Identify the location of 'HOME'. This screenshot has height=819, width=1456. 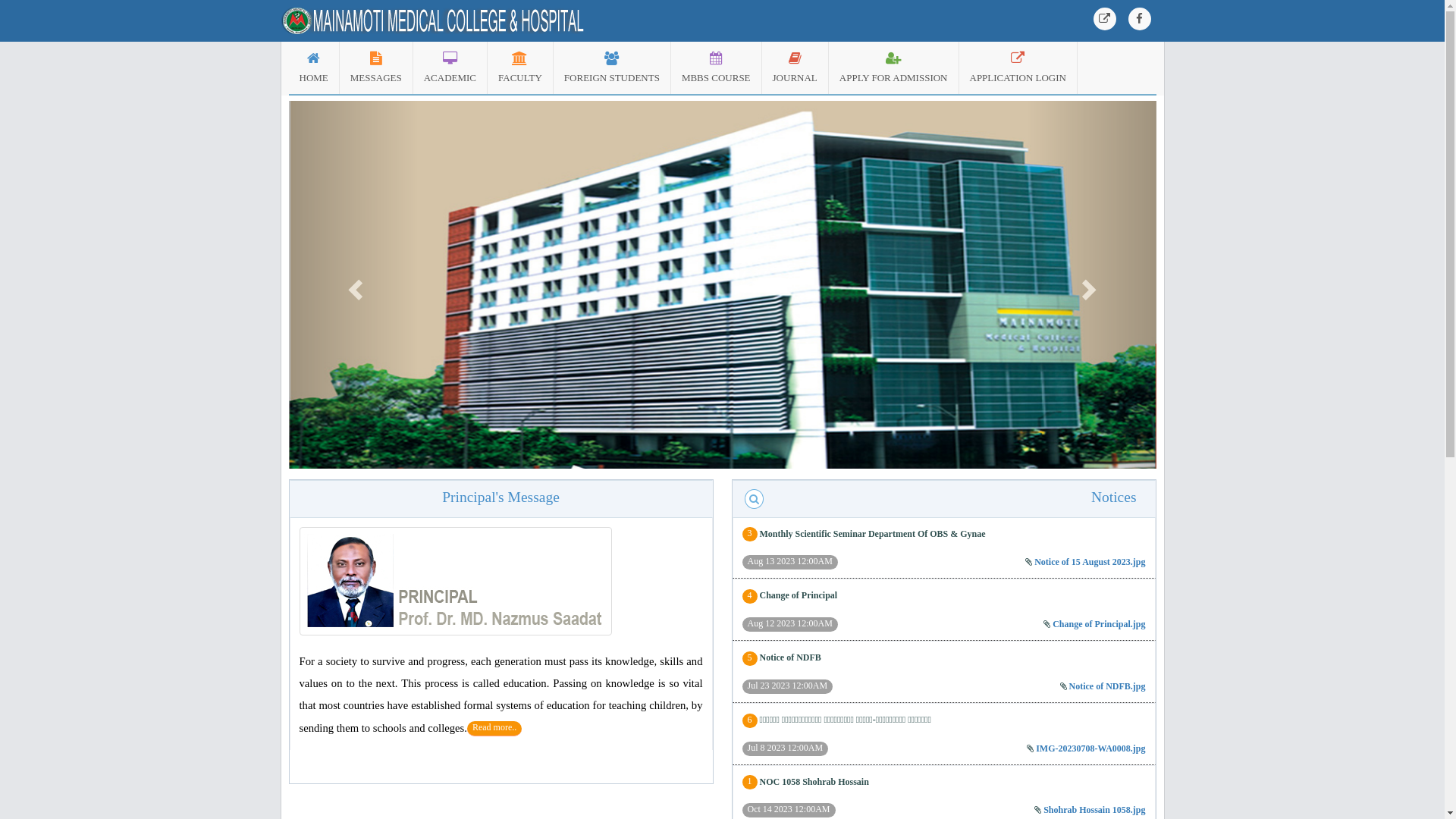
(312, 67).